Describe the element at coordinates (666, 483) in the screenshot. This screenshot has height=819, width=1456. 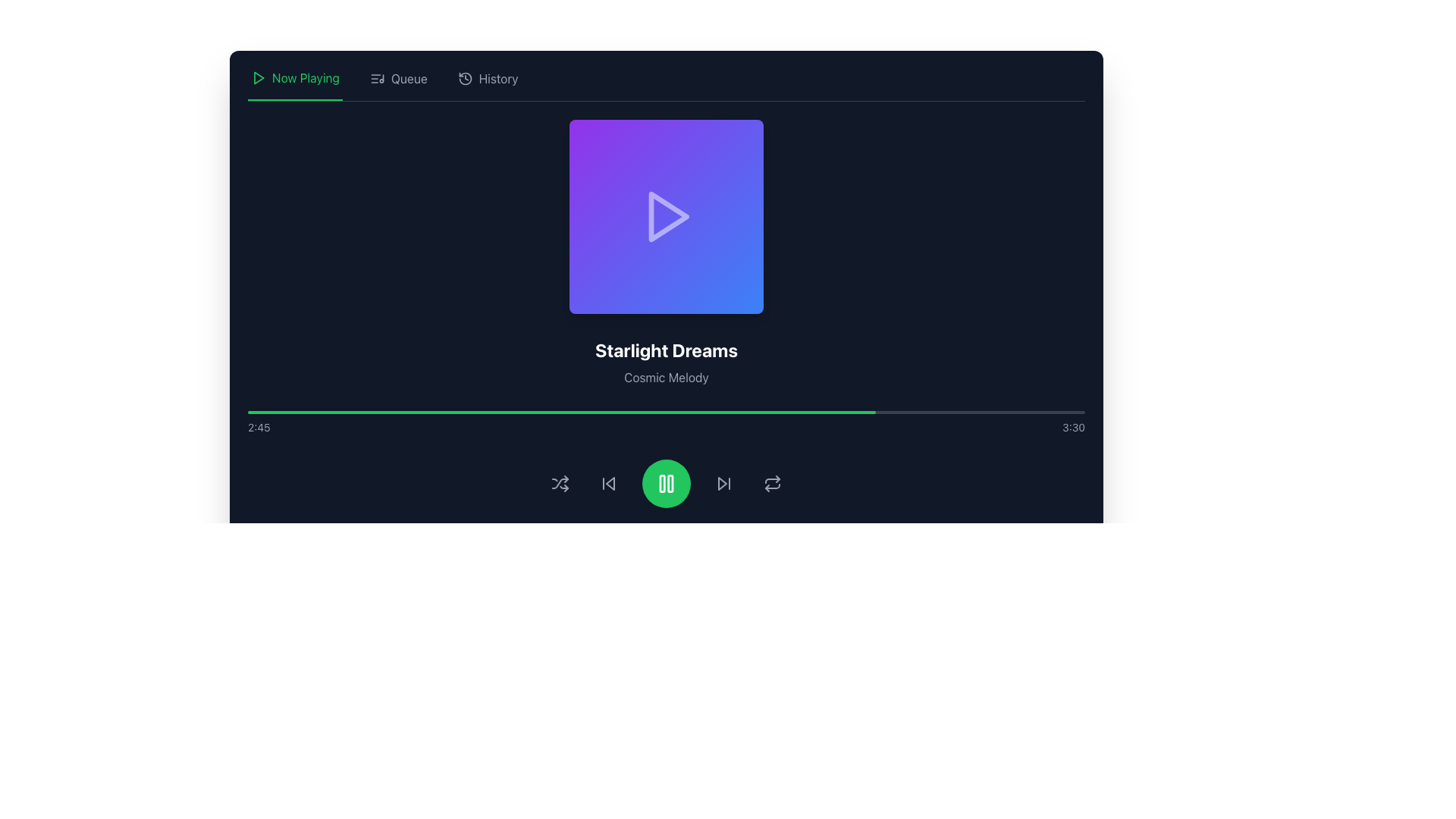
I see `the pause button icon located within the green circular button at the bottom center of the music playback area to observe the hover effect` at that location.